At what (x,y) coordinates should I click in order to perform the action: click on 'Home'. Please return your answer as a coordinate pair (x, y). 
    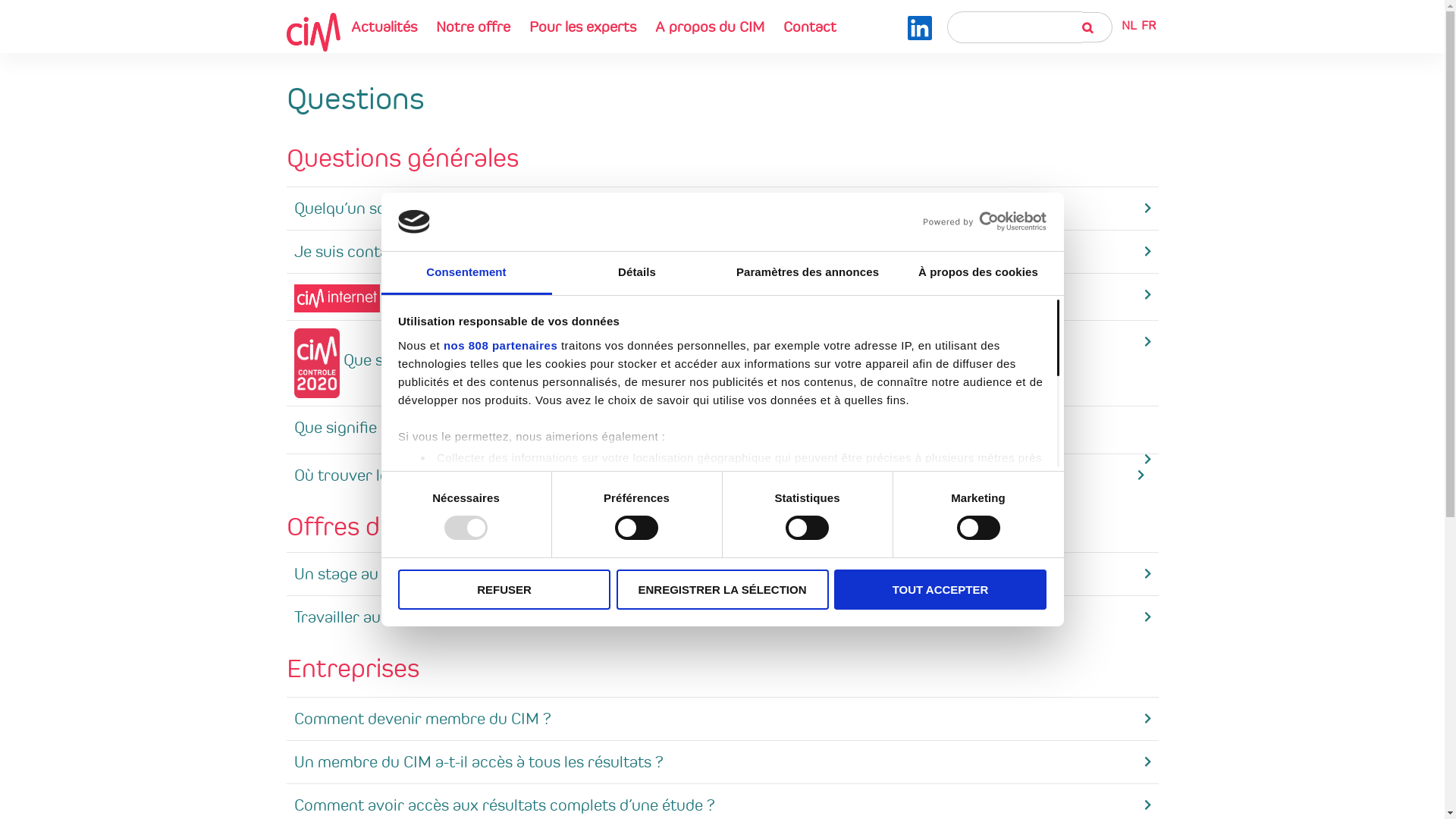
    Looking at the image, I should click on (312, 31).